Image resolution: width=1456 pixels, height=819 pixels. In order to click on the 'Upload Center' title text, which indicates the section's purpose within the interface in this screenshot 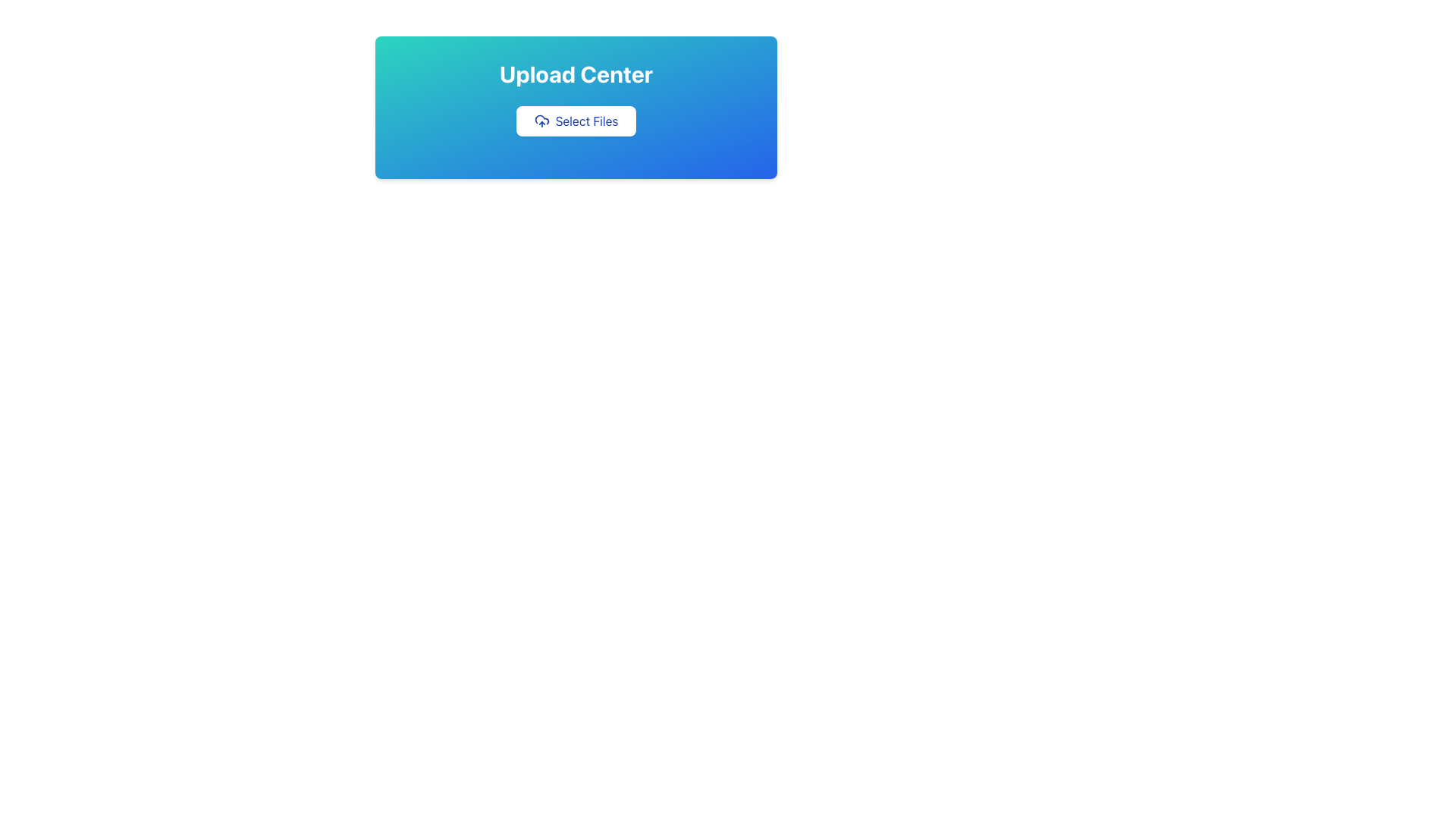, I will do `click(575, 74)`.